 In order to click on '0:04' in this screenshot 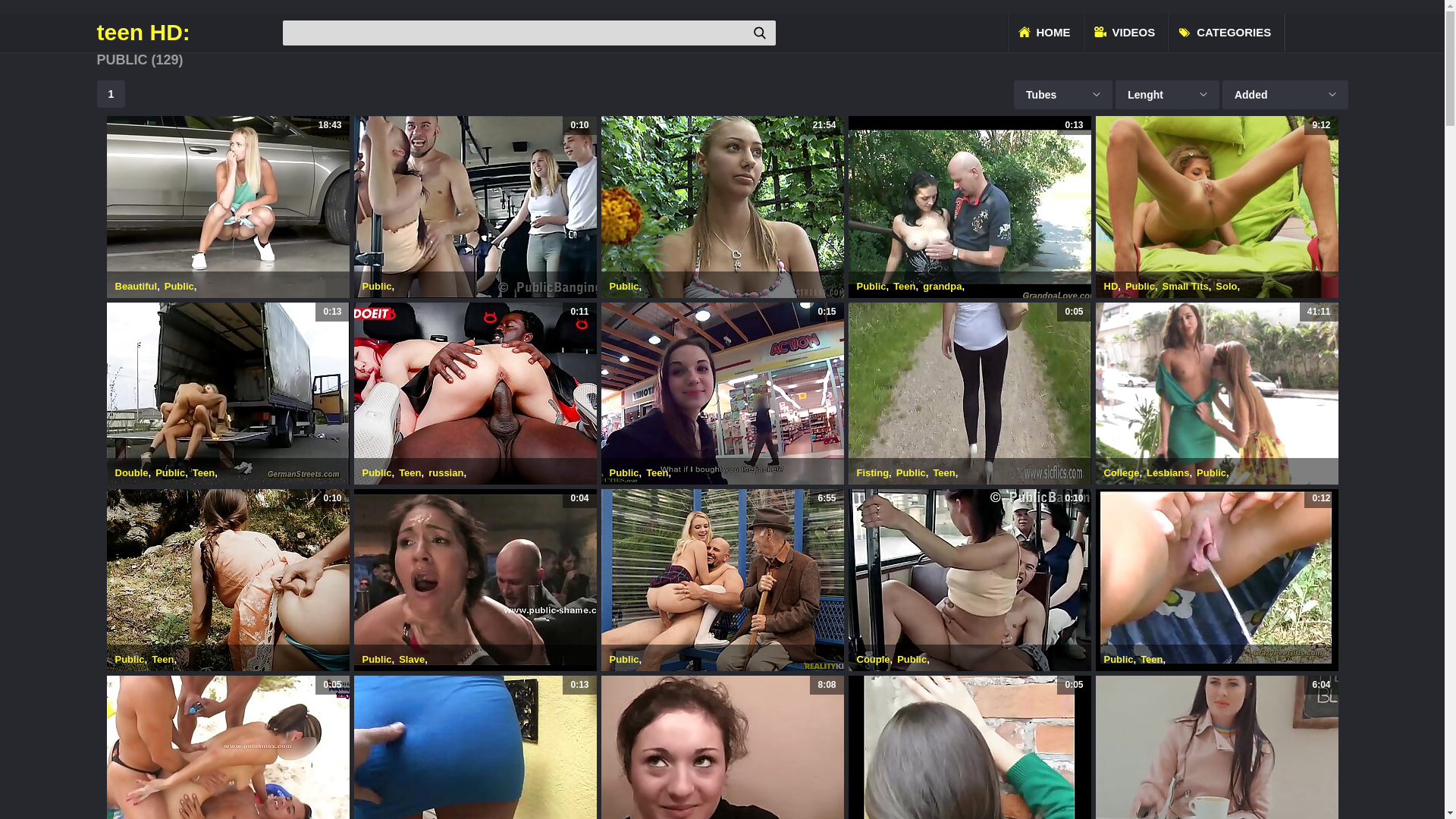, I will do `click(473, 579)`.